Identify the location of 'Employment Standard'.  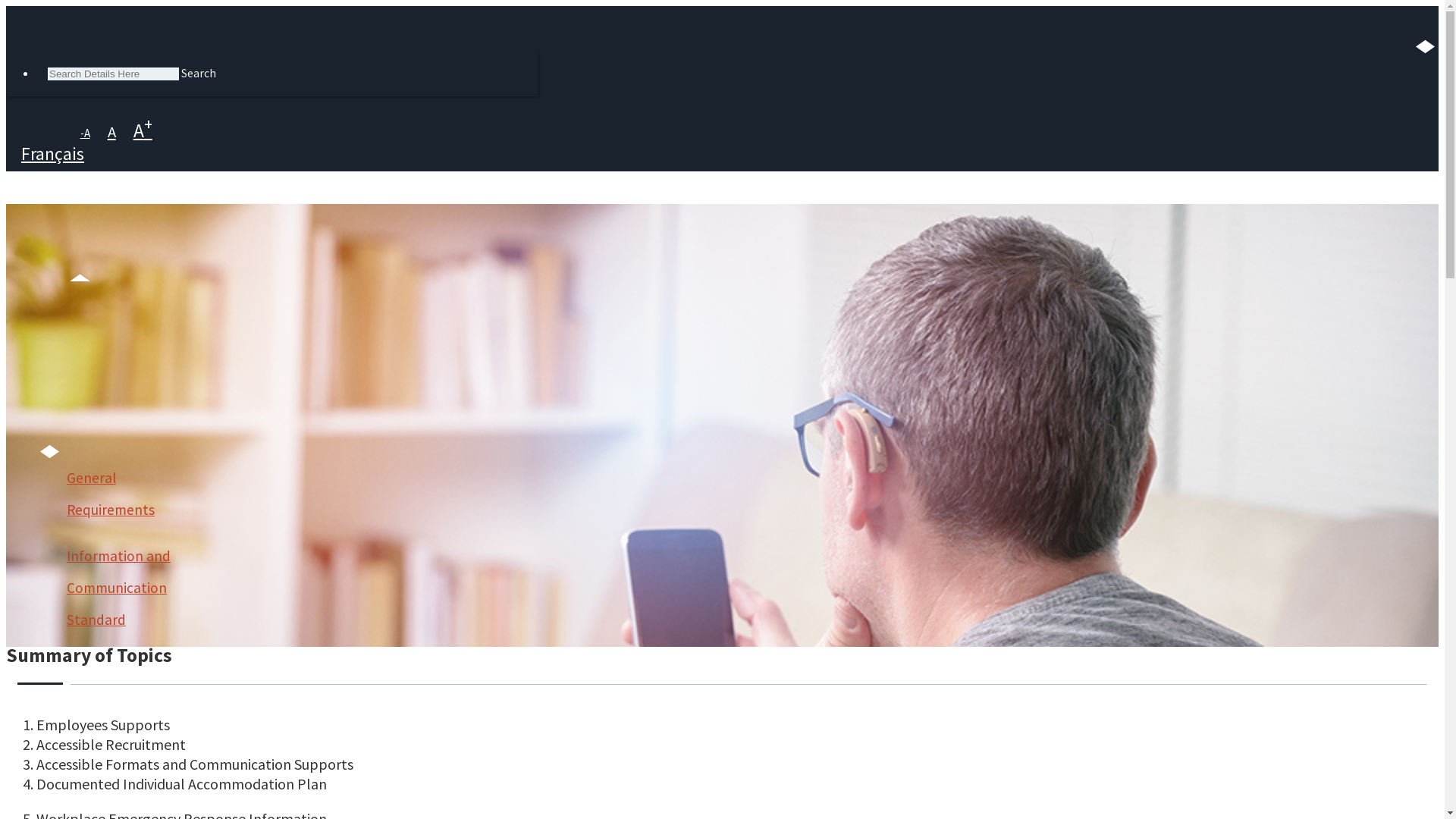
(65, 681).